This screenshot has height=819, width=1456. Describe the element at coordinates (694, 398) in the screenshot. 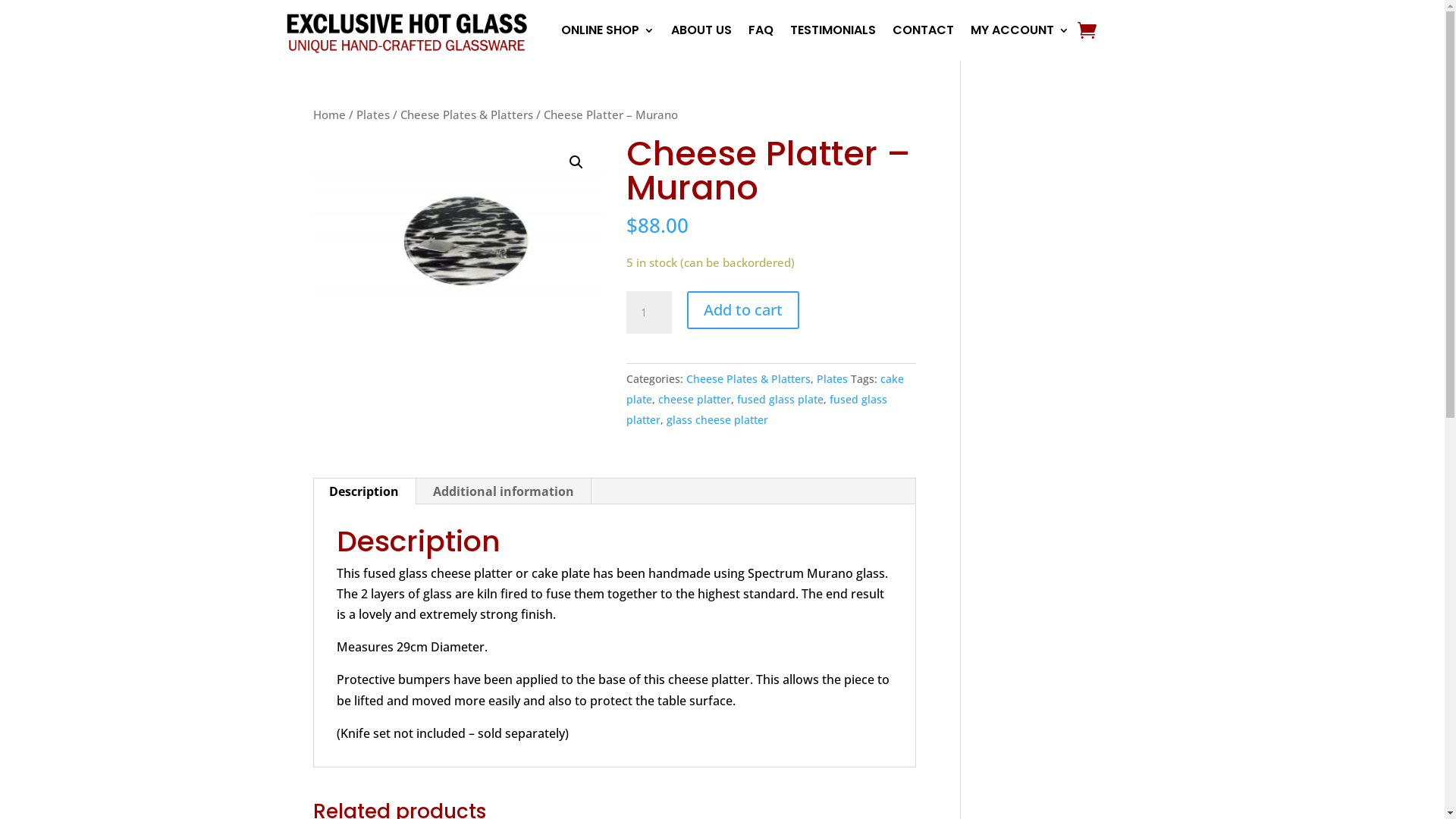

I see `'cheese platter'` at that location.